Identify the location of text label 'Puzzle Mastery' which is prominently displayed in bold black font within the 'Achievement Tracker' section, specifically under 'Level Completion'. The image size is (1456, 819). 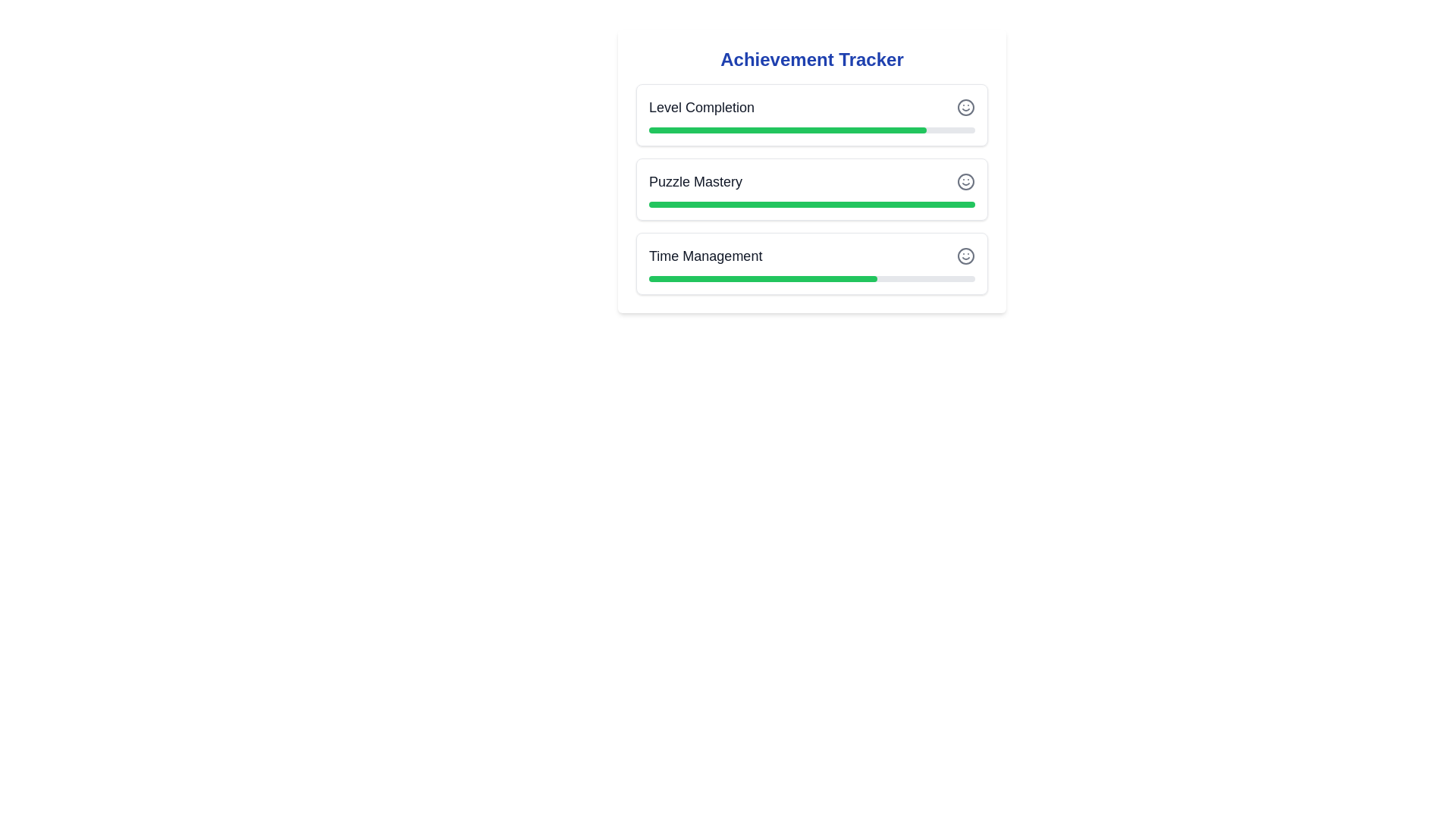
(695, 180).